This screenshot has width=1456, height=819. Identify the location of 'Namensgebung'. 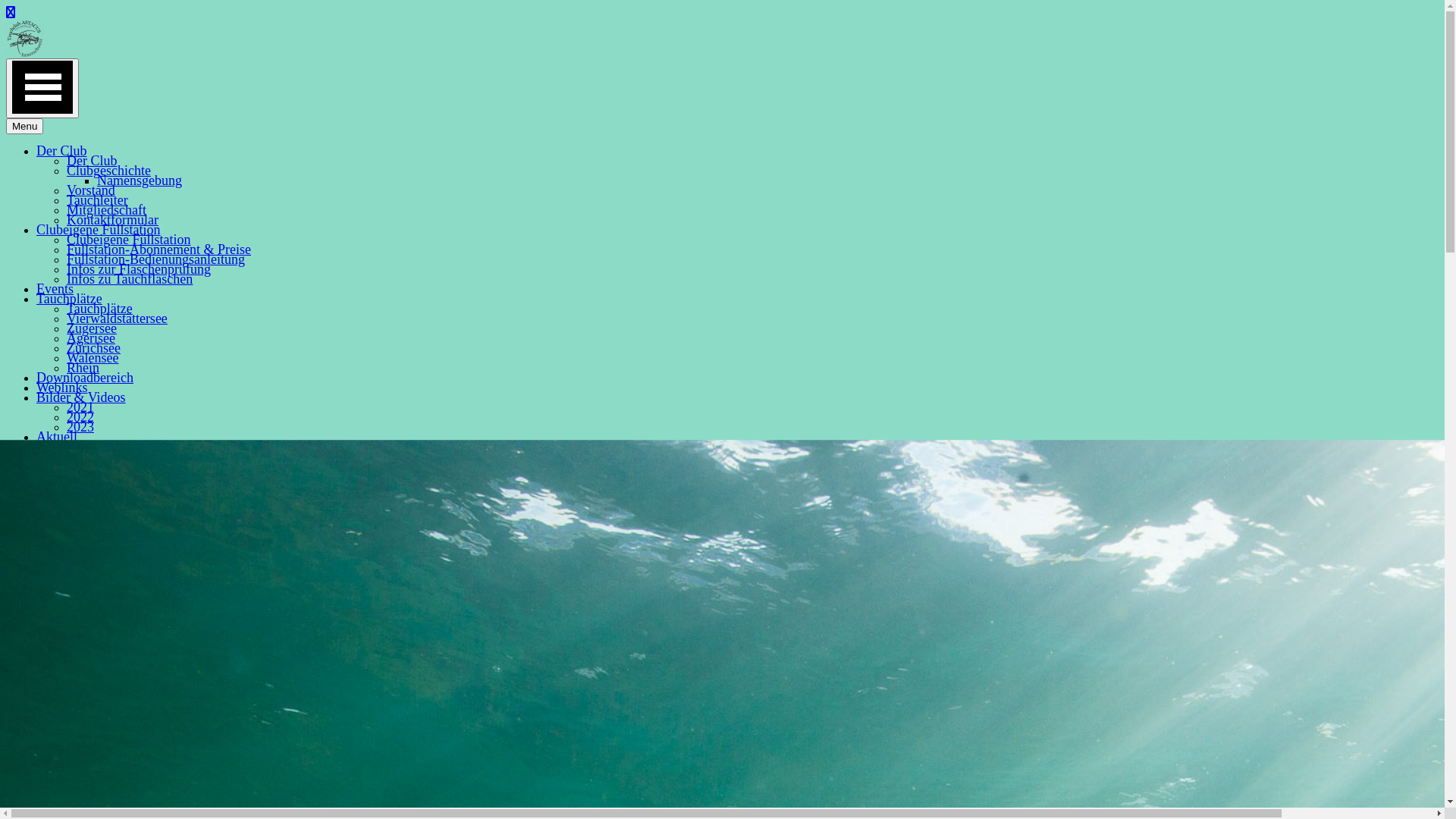
(96, 180).